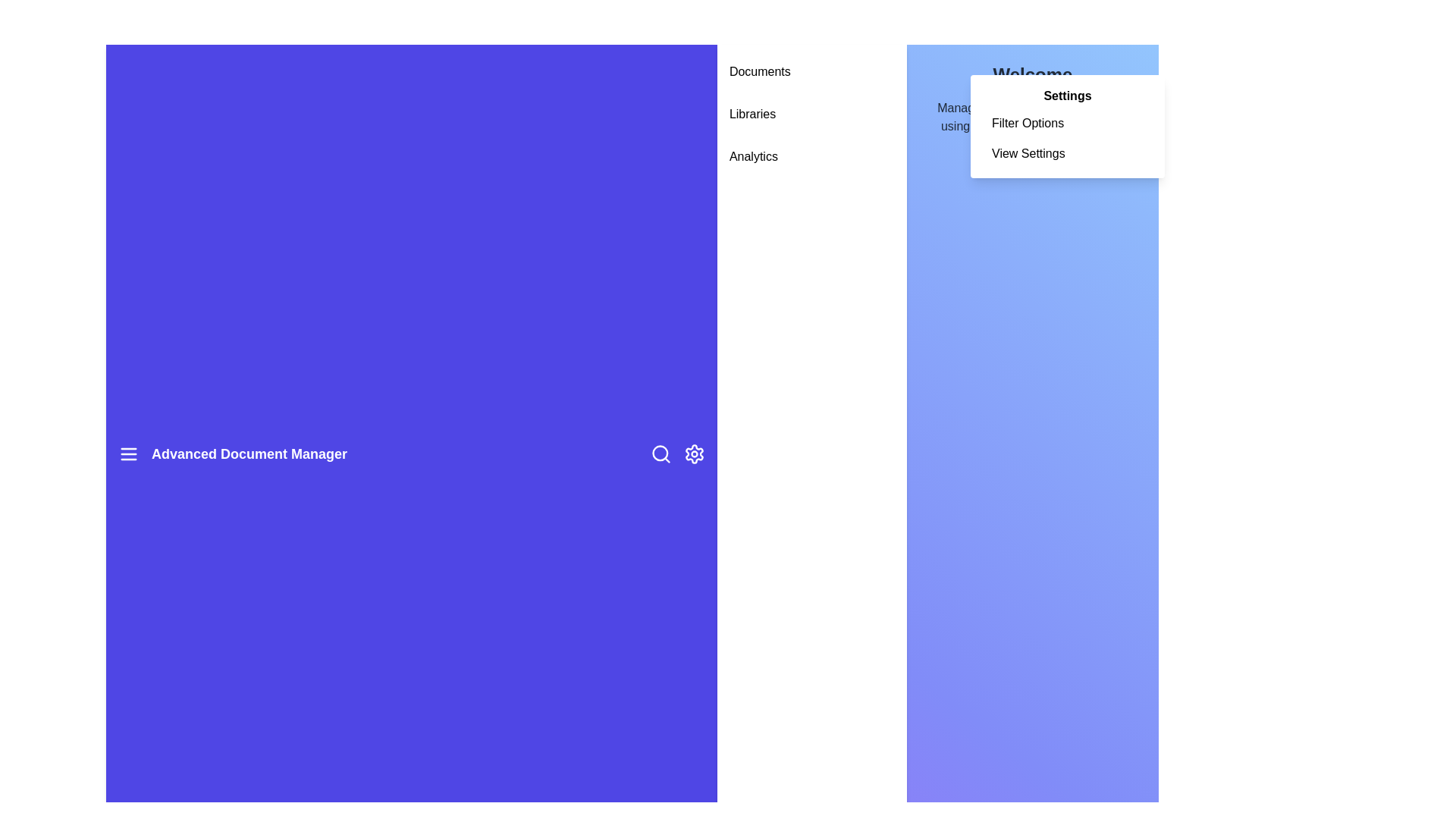 This screenshot has height=819, width=1456. Describe the element at coordinates (128, 453) in the screenshot. I see `the menu icon to toggle the sidebar visibility` at that location.